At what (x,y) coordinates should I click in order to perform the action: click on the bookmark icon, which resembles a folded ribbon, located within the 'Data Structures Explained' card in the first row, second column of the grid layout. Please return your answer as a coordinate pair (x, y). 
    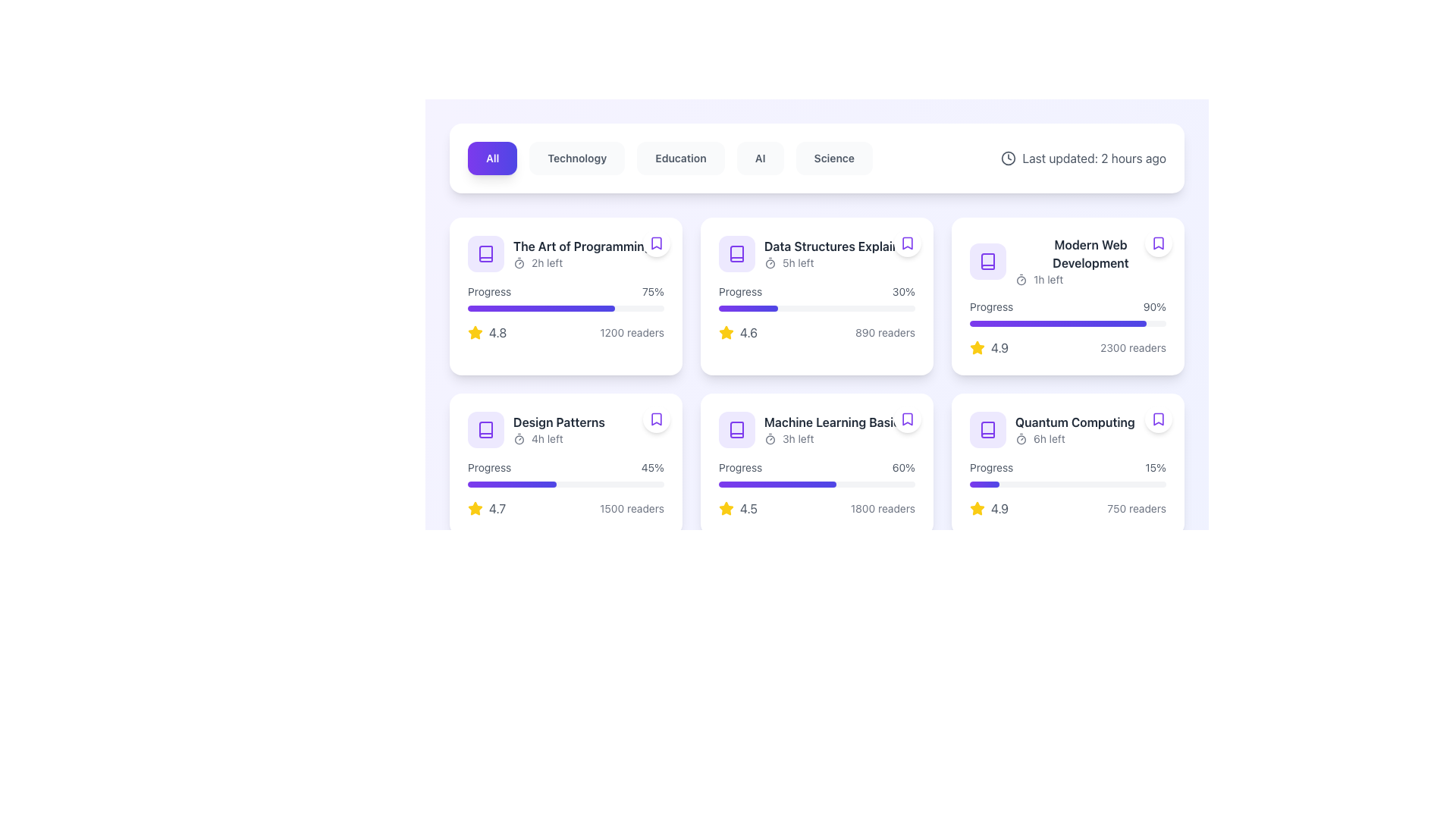
    Looking at the image, I should click on (907, 242).